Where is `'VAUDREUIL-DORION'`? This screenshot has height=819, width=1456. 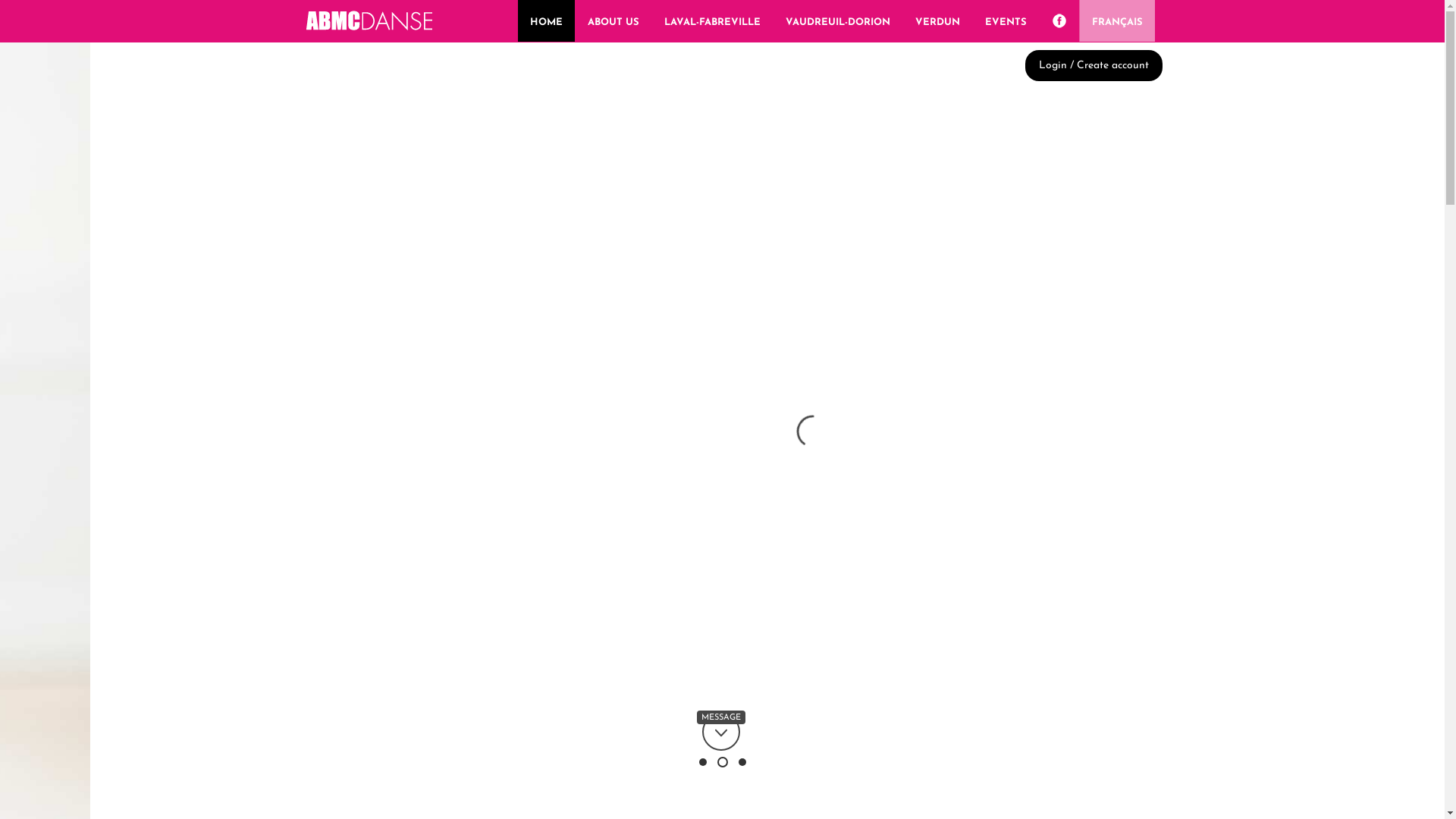
'VAUDREUIL-DORION' is located at coordinates (836, 20).